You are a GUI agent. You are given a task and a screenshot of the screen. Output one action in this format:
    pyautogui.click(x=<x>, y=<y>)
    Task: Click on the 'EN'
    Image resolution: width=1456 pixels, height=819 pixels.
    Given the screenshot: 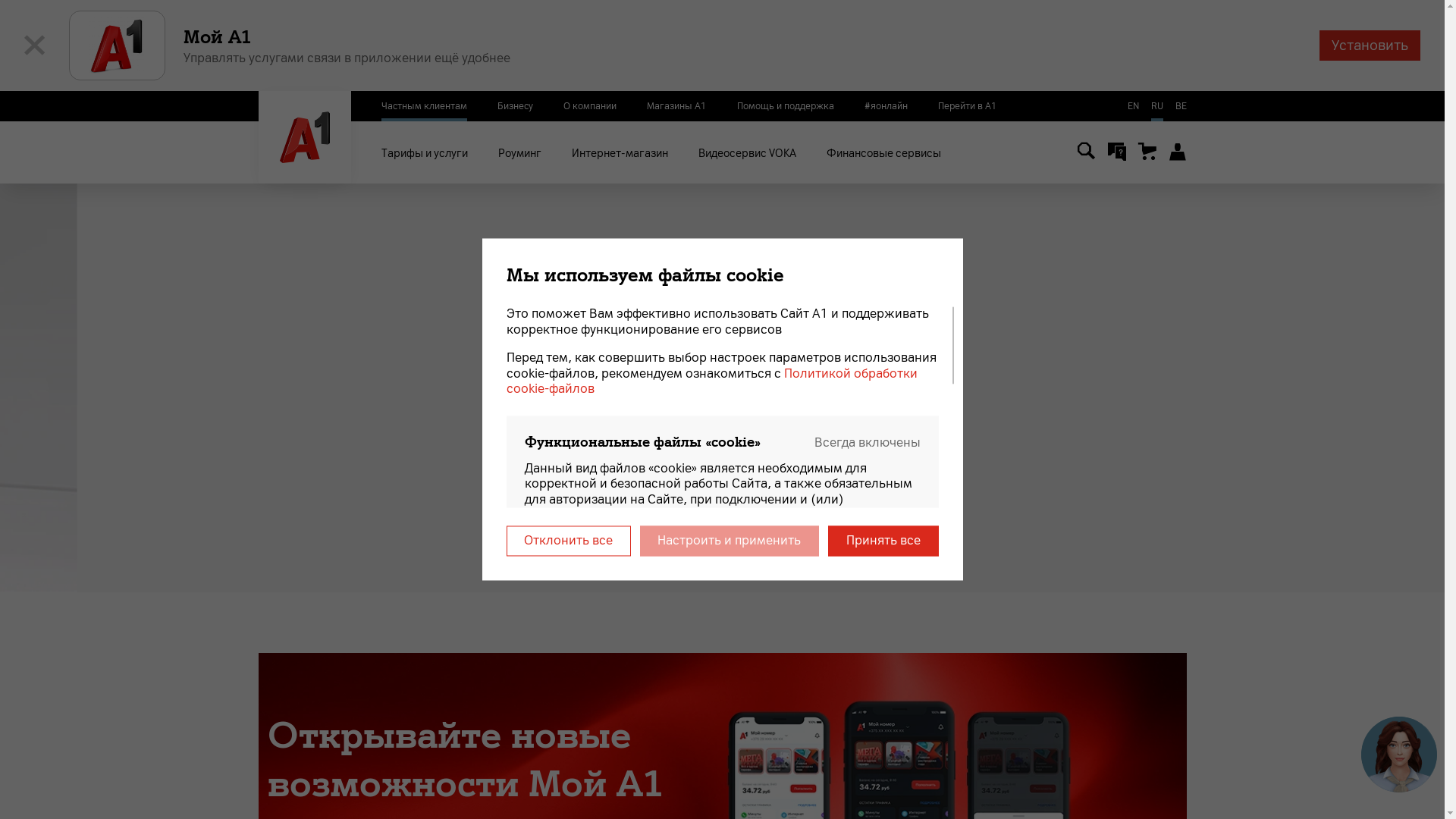 What is the action you would take?
    pyautogui.click(x=1127, y=105)
    